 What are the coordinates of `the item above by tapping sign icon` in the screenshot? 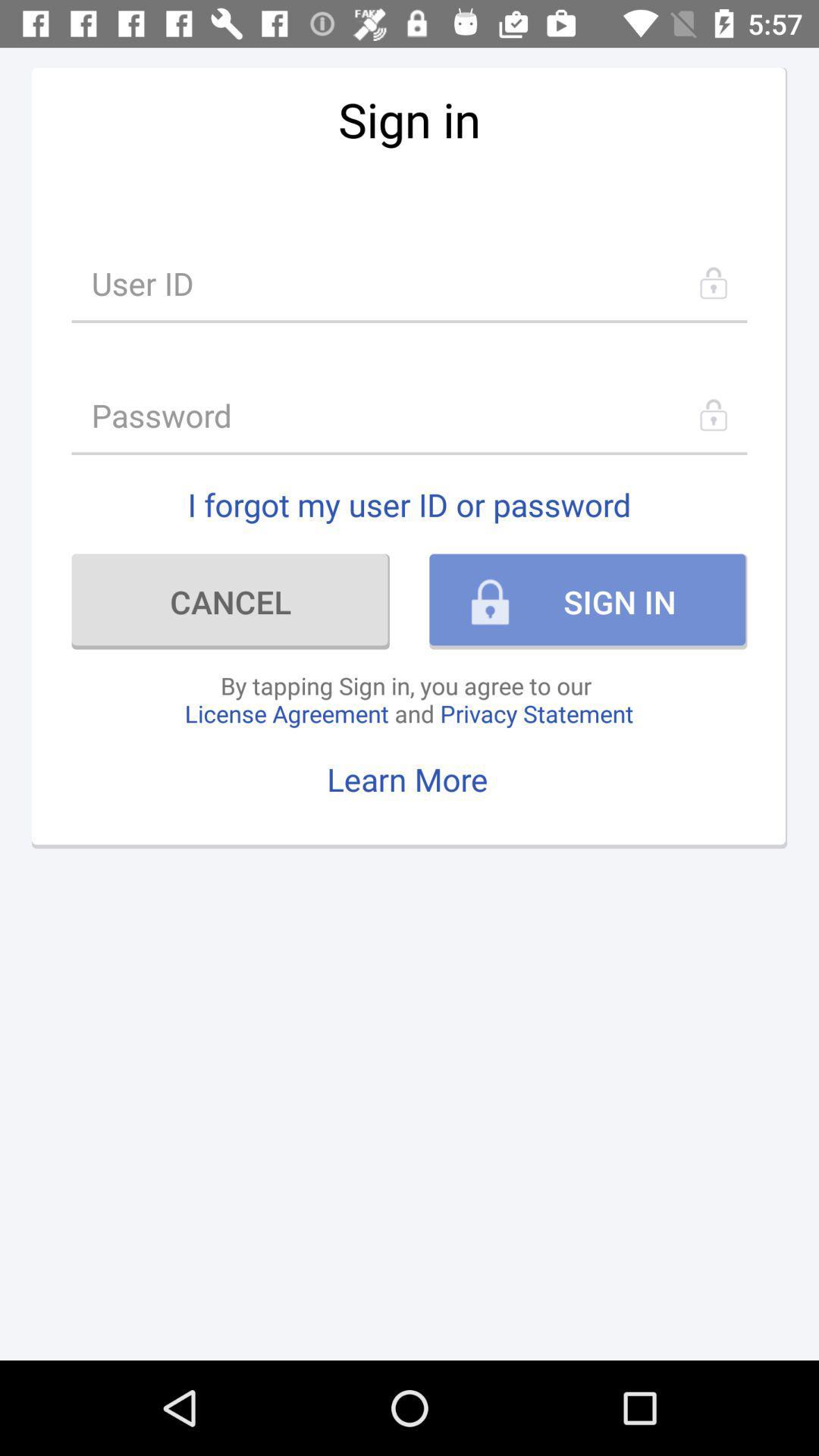 It's located at (231, 601).